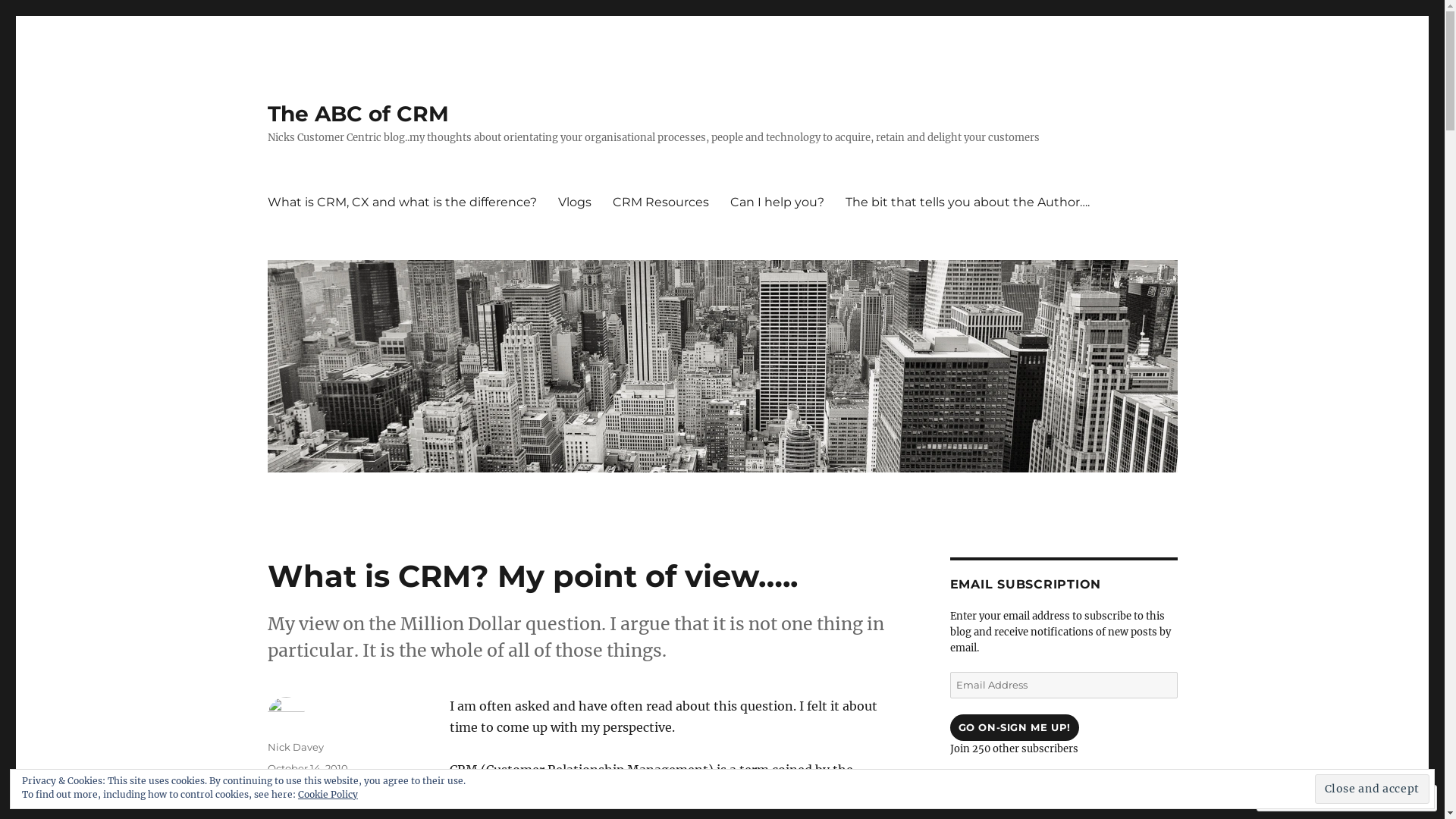  Describe the element at coordinates (546, 201) in the screenshot. I see `'Vlogs'` at that location.